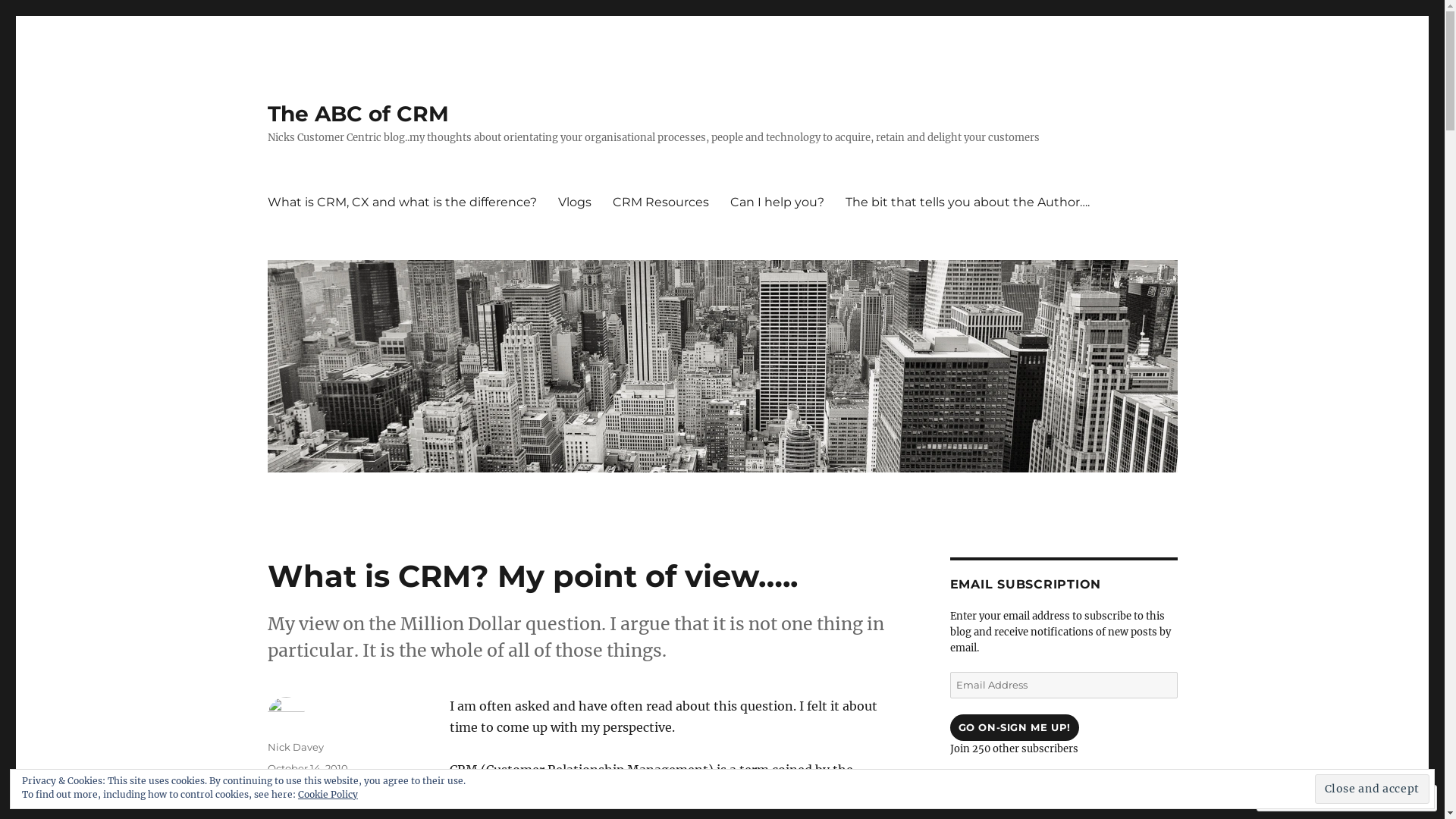  Describe the element at coordinates (546, 201) in the screenshot. I see `'Vlogs'` at that location.